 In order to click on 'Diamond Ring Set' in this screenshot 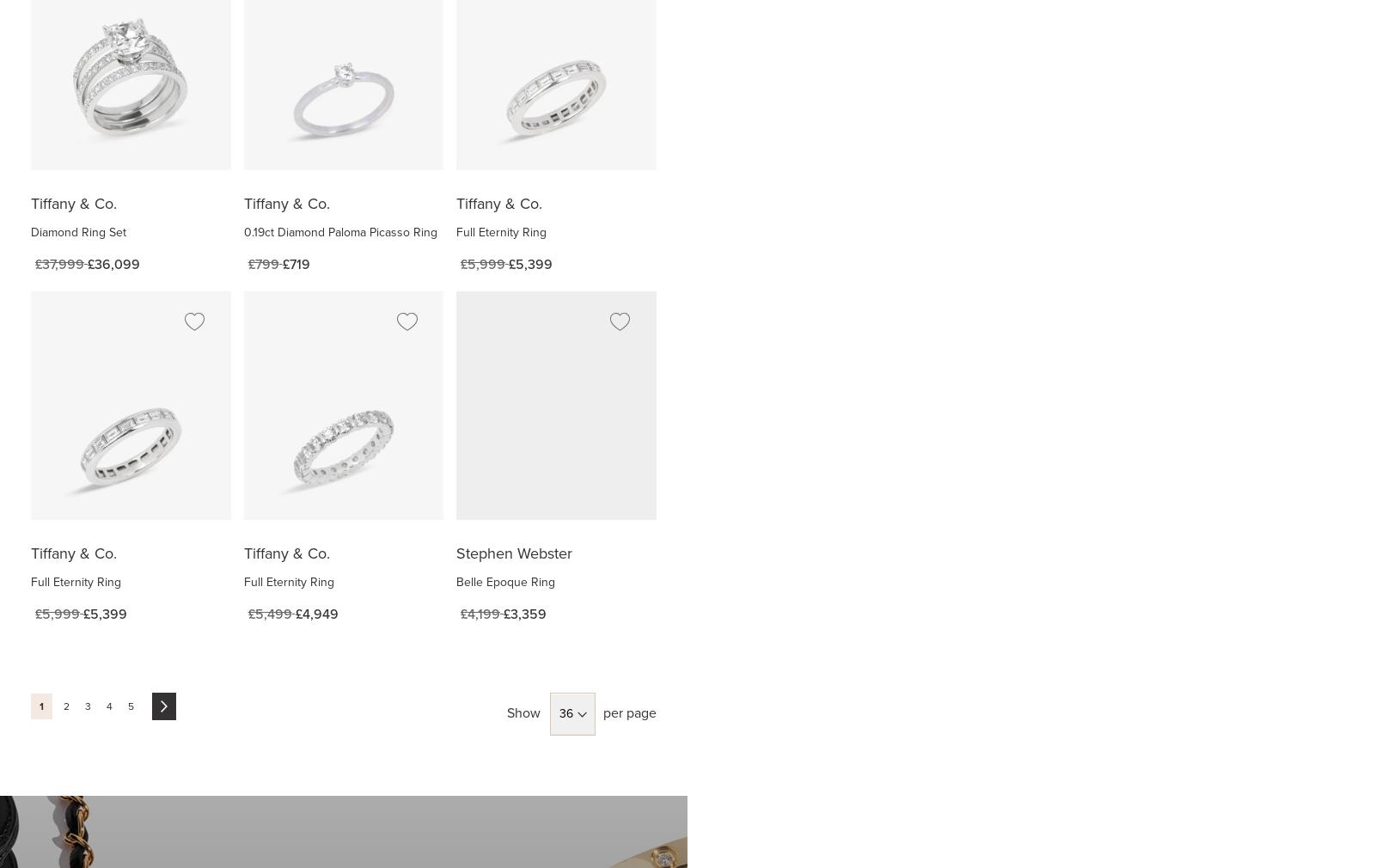, I will do `click(77, 231)`.